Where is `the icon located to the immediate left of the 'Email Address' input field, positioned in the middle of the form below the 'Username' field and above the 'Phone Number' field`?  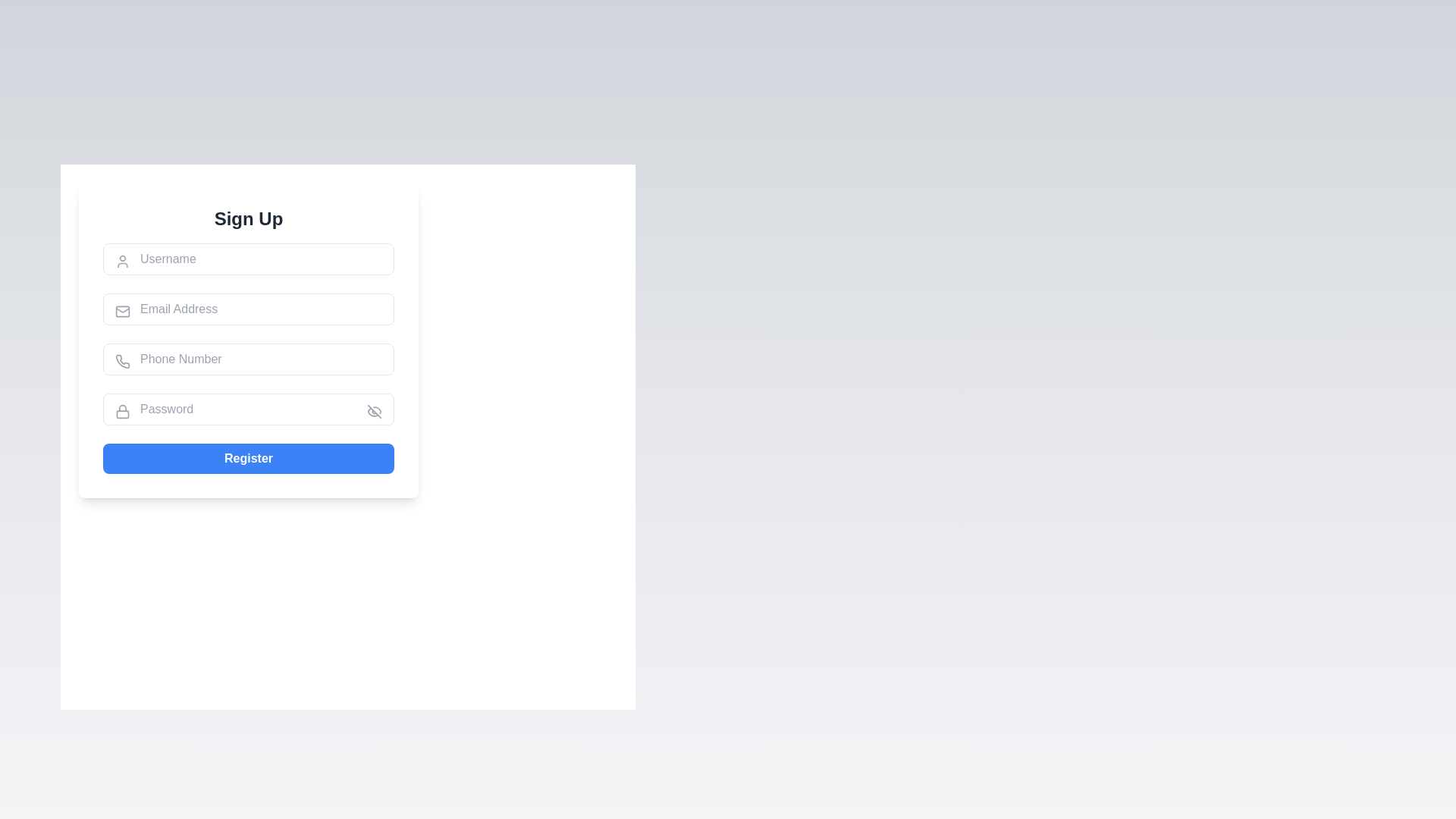 the icon located to the immediate left of the 'Email Address' input field, positioned in the middle of the form below the 'Username' field and above the 'Phone Number' field is located at coordinates (123, 311).